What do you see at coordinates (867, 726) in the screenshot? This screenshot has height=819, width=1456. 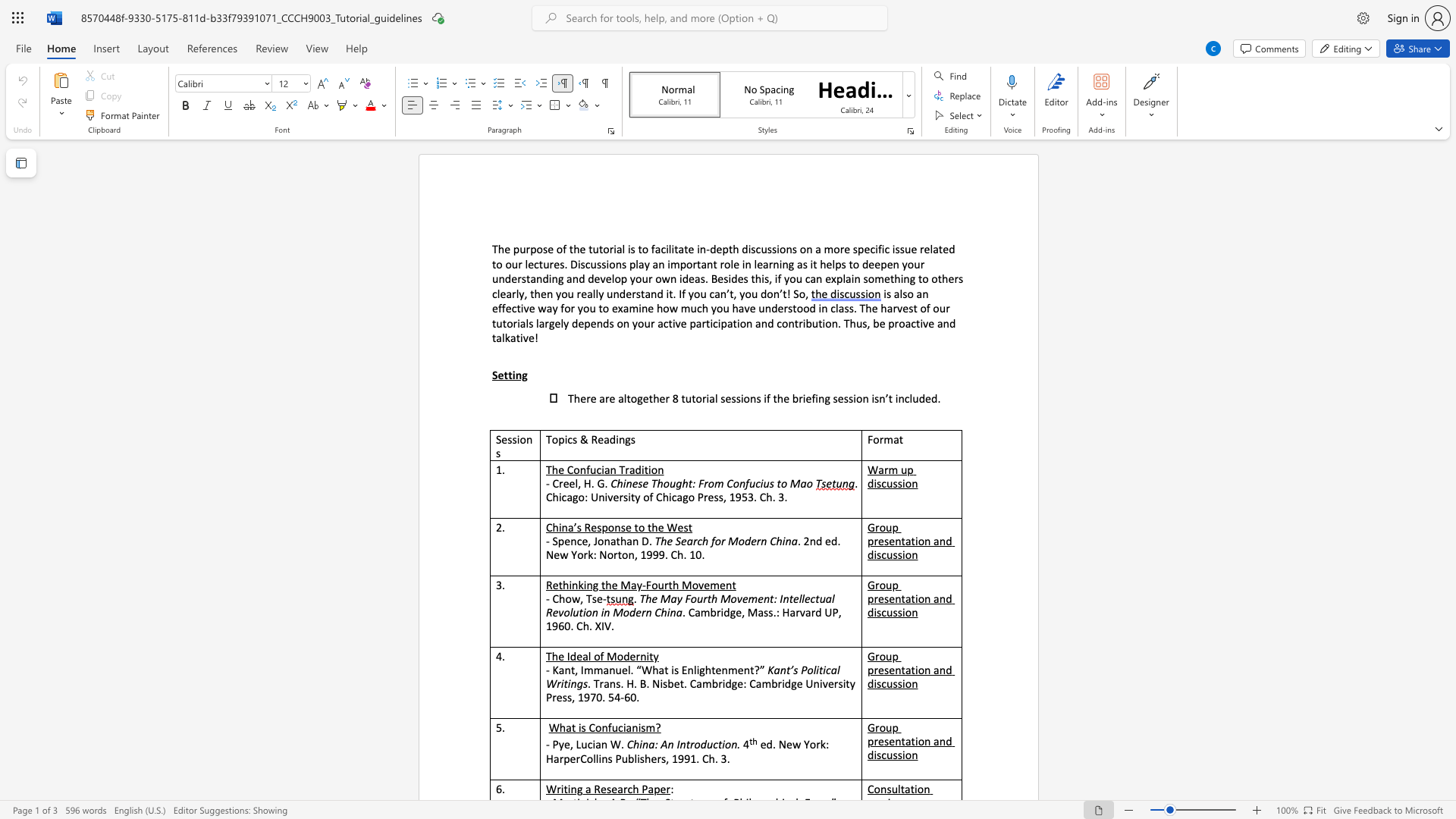 I see `the subset text "Grou" within the text "Group presentation and discussion"` at bounding box center [867, 726].